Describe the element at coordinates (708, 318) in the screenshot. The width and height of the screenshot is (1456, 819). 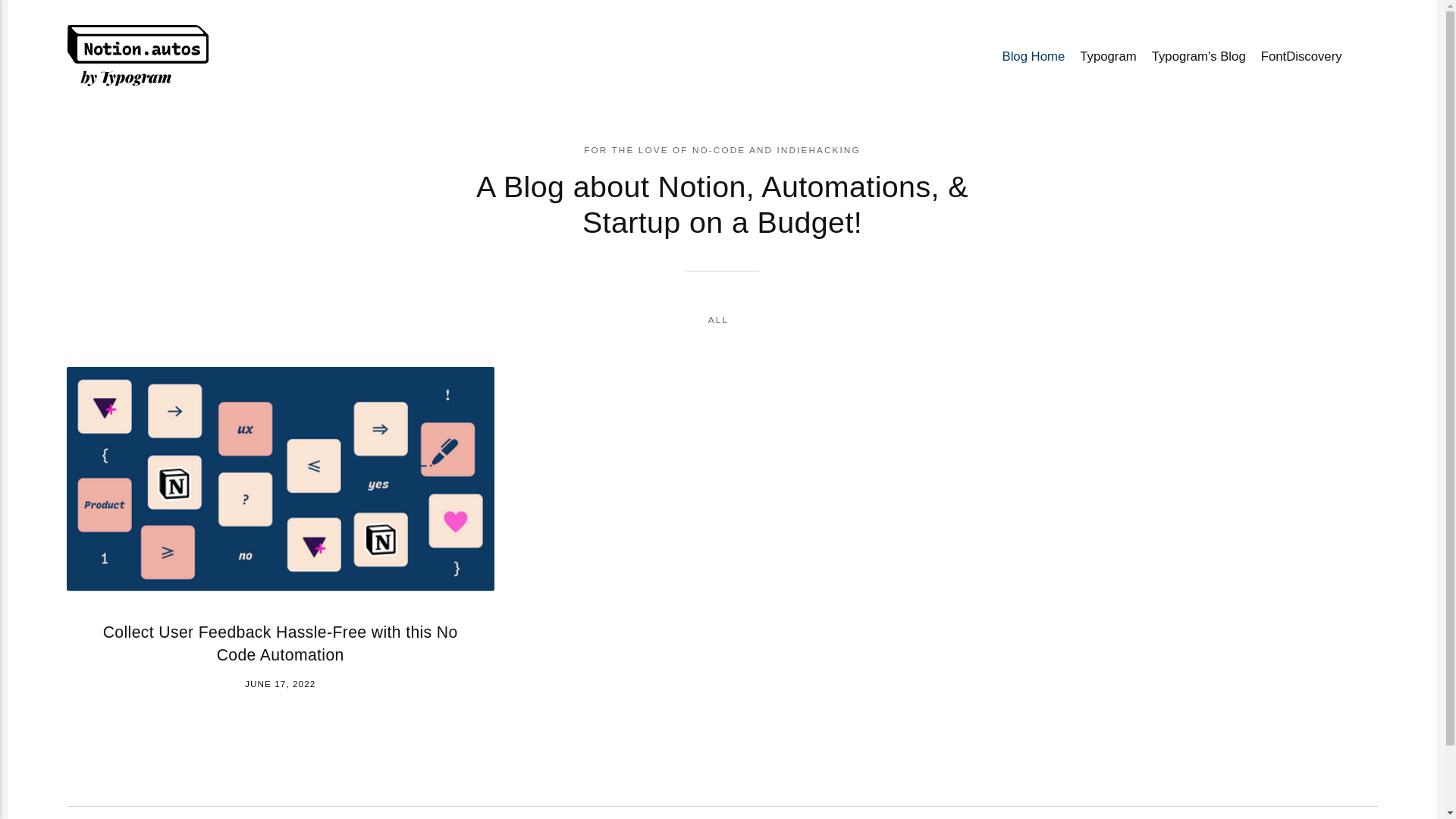
I see `'ALL'` at that location.